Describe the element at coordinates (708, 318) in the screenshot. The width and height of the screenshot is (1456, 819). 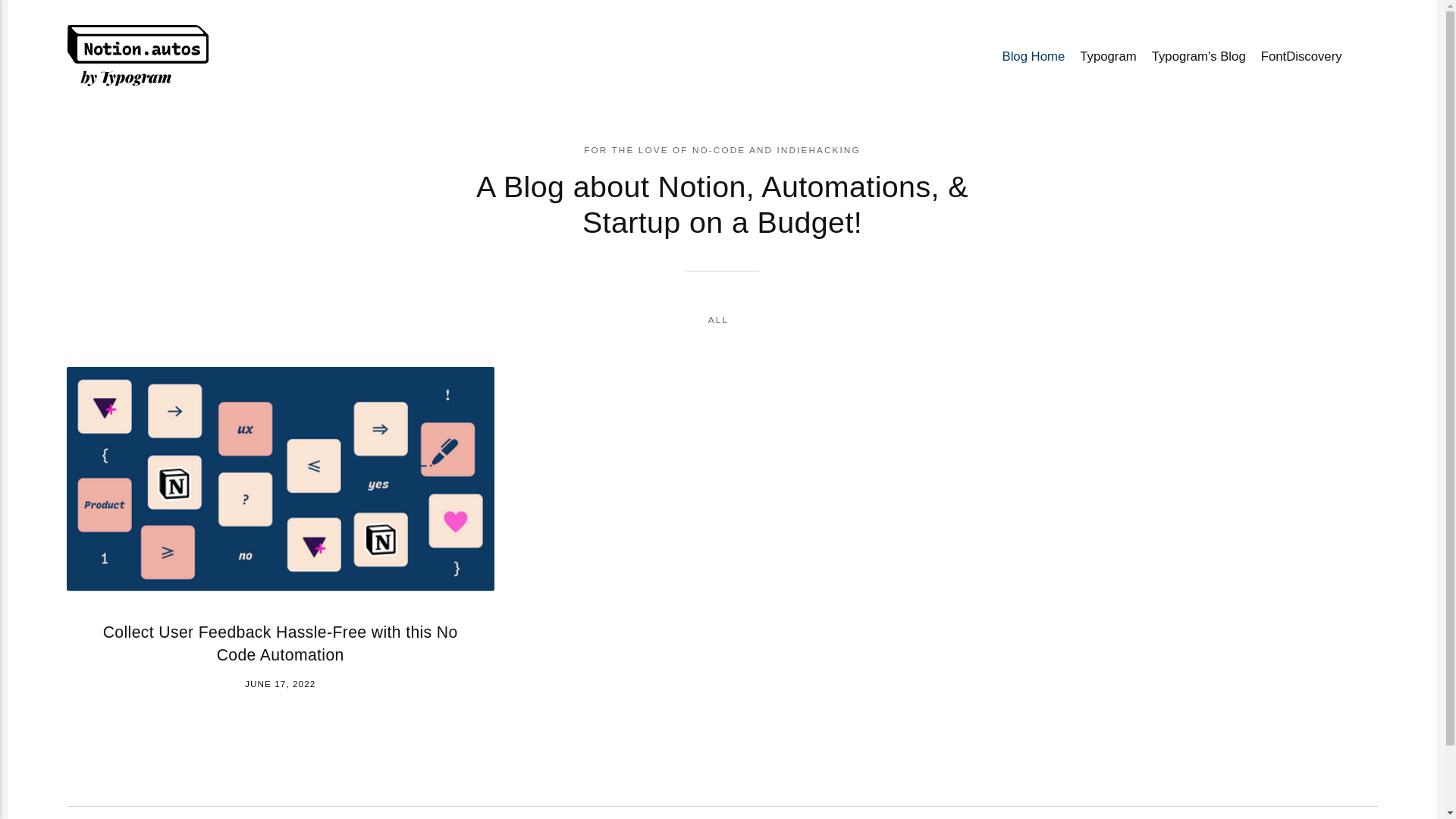
I see `'ALL'` at that location.